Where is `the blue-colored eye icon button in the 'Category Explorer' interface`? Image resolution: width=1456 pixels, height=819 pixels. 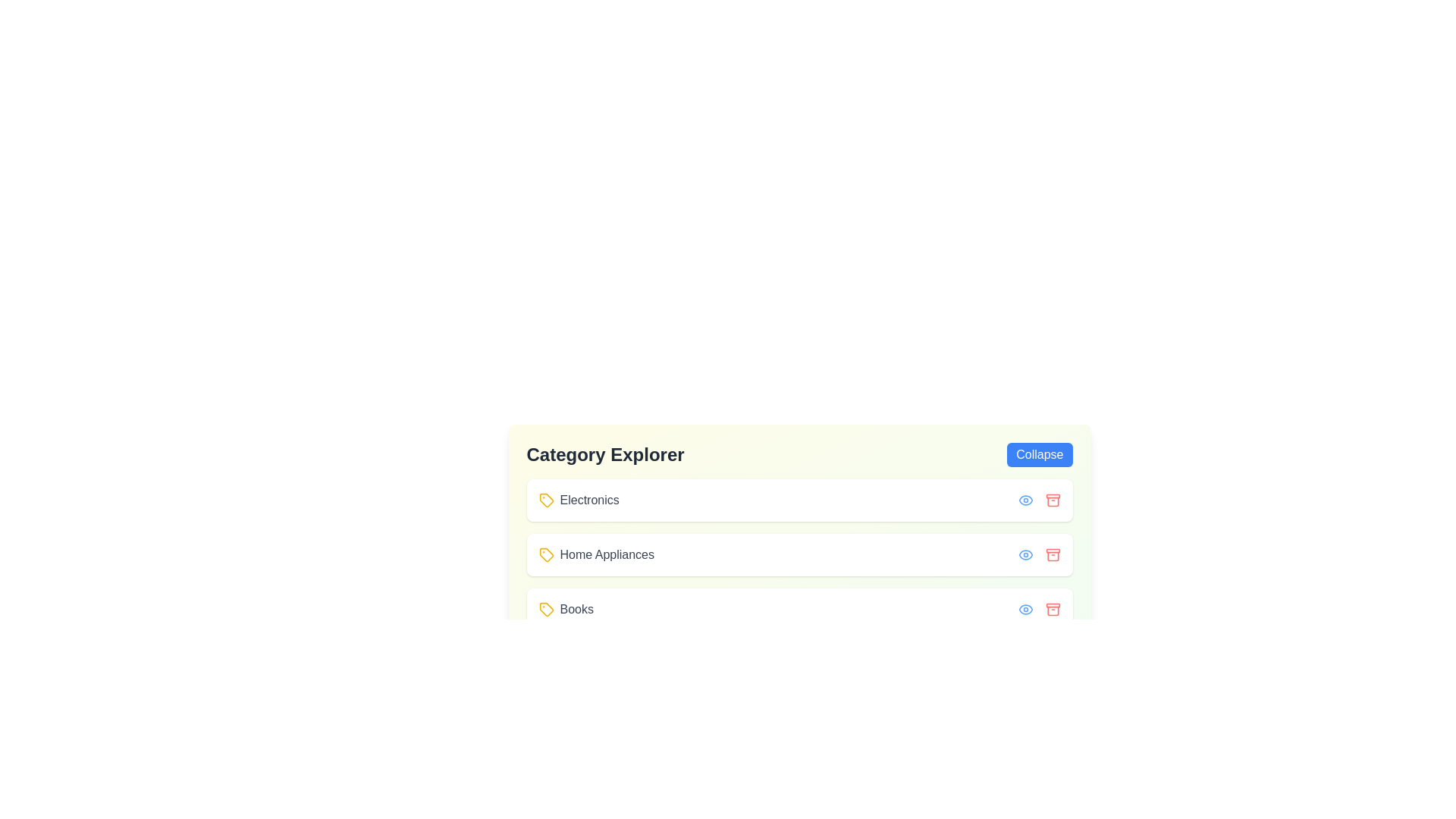
the blue-colored eye icon button in the 'Category Explorer' interface is located at coordinates (1025, 555).